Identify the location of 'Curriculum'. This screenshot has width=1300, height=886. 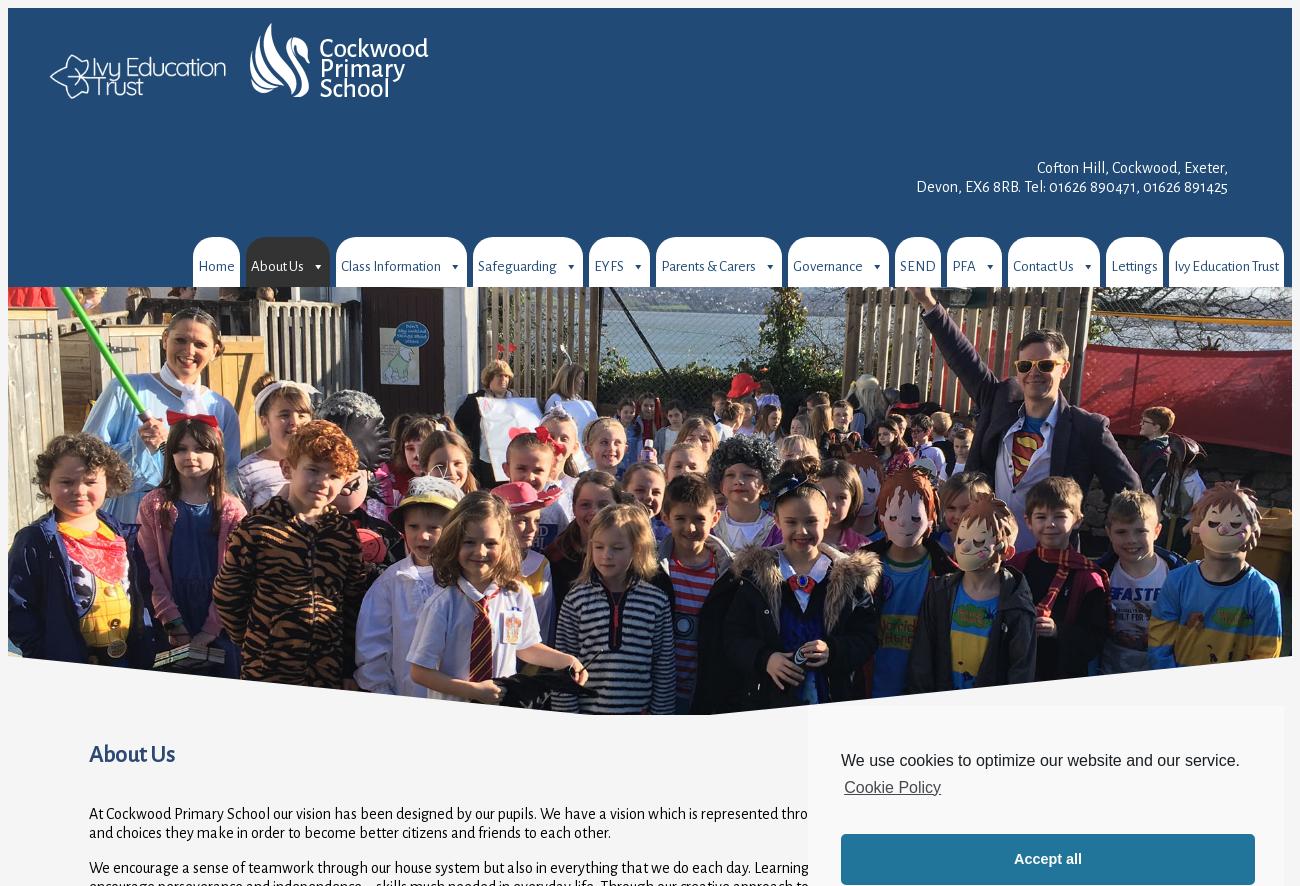
(283, 384).